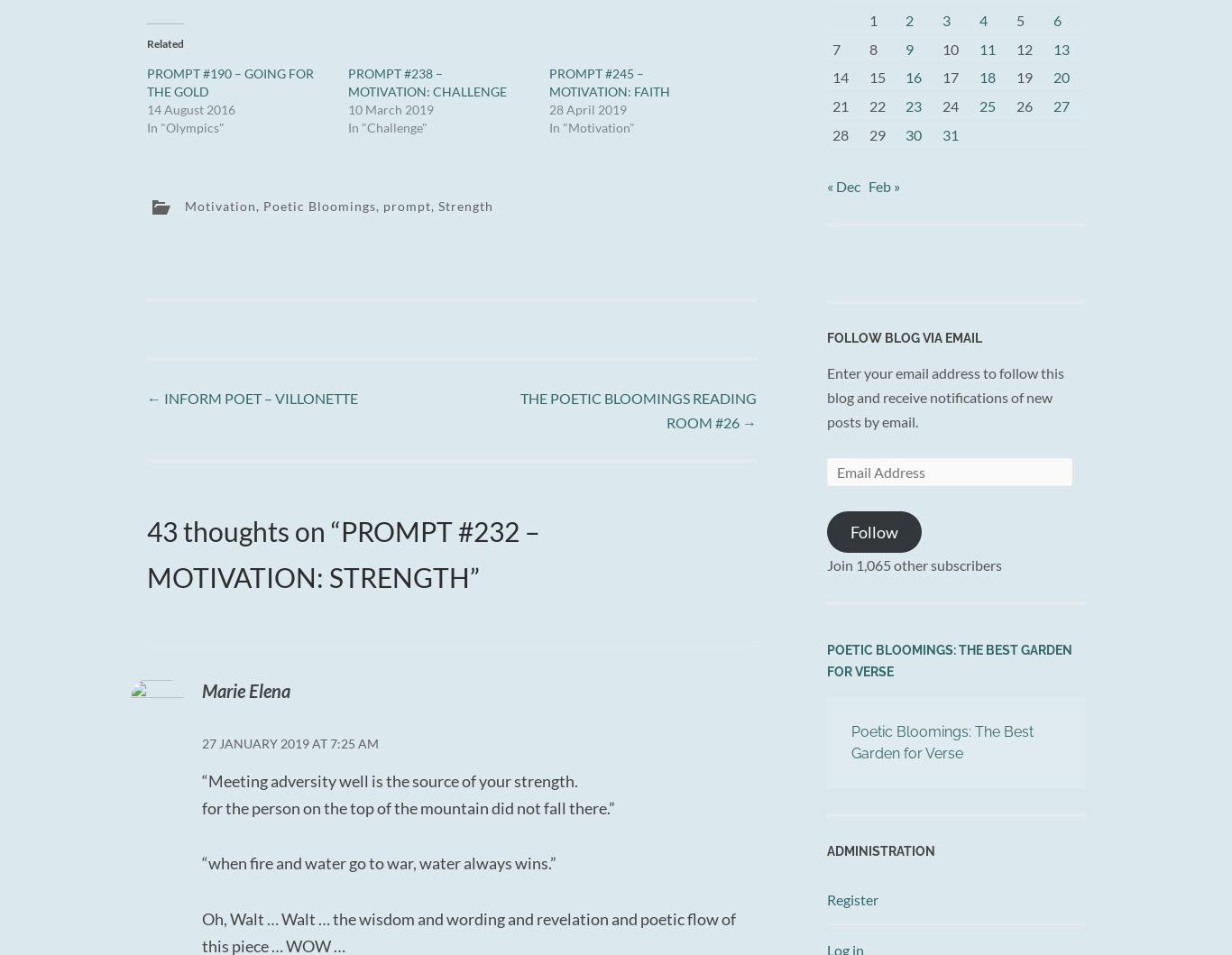 The height and width of the screenshot is (955, 1232). Describe the element at coordinates (950, 105) in the screenshot. I see `'24'` at that location.